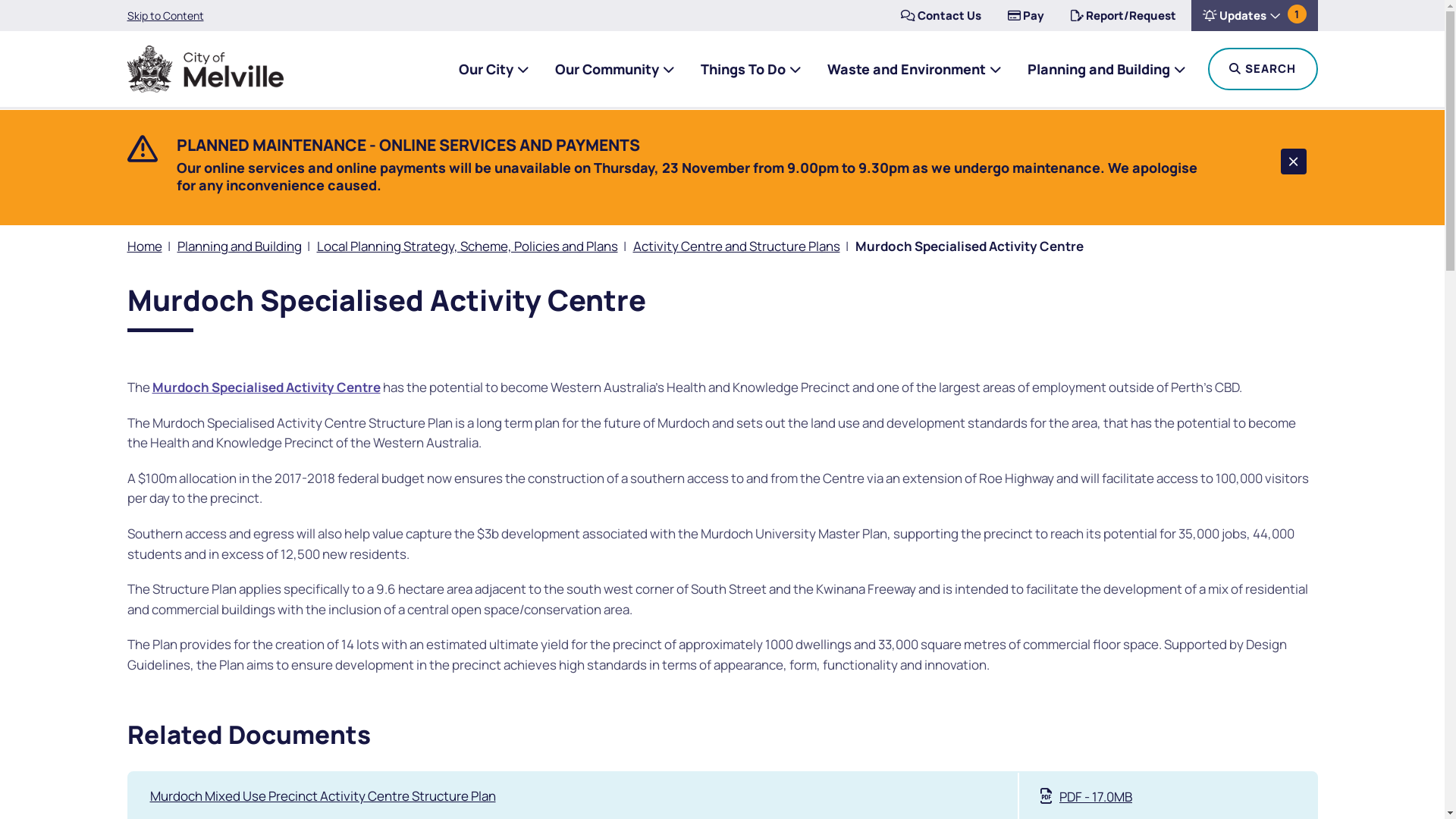  What do you see at coordinates (912, 69) in the screenshot?
I see `'Waste and Environment'` at bounding box center [912, 69].